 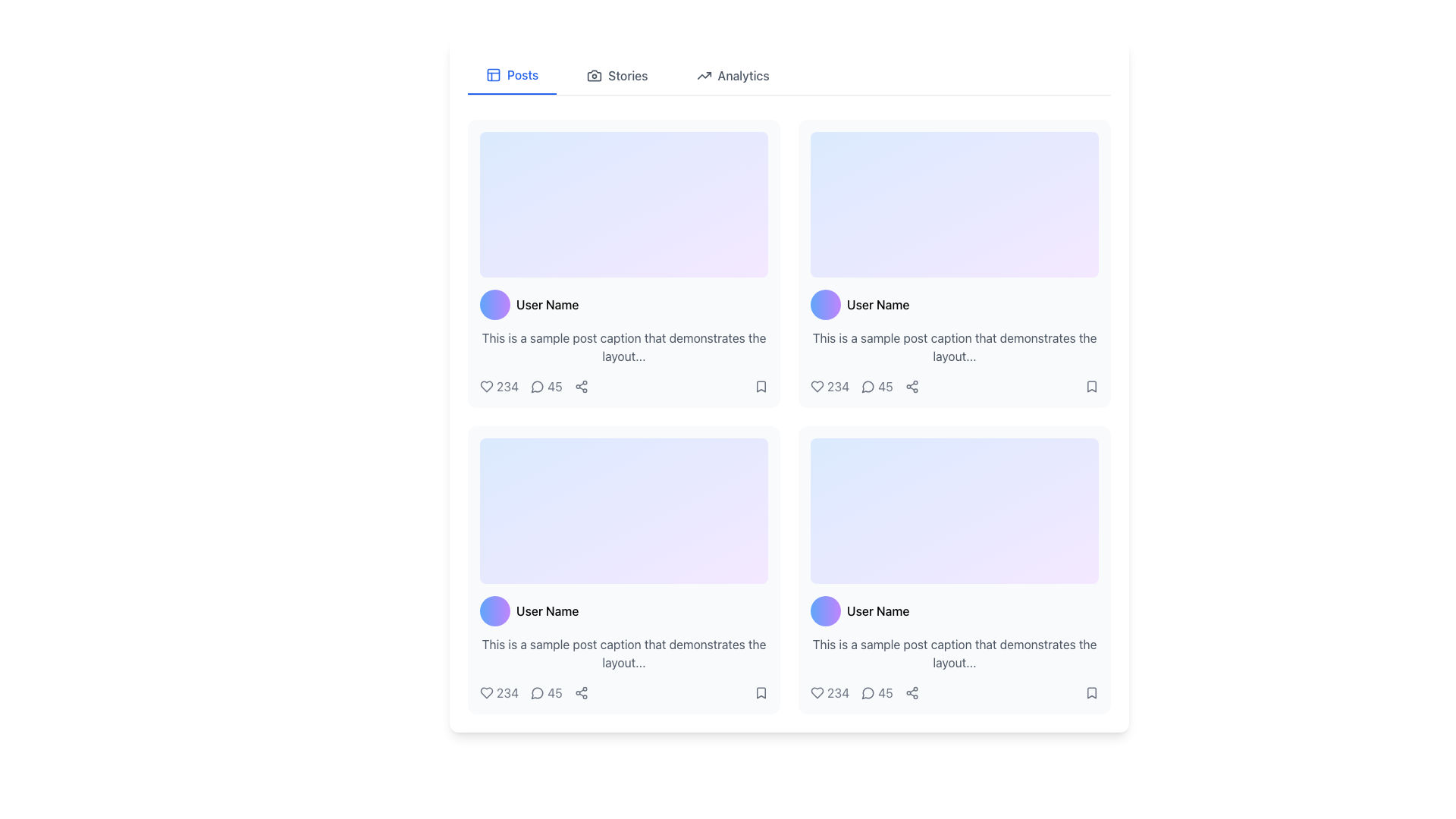 I want to click on the text label displaying the user's name to initiate a profile view, so click(x=877, y=304).